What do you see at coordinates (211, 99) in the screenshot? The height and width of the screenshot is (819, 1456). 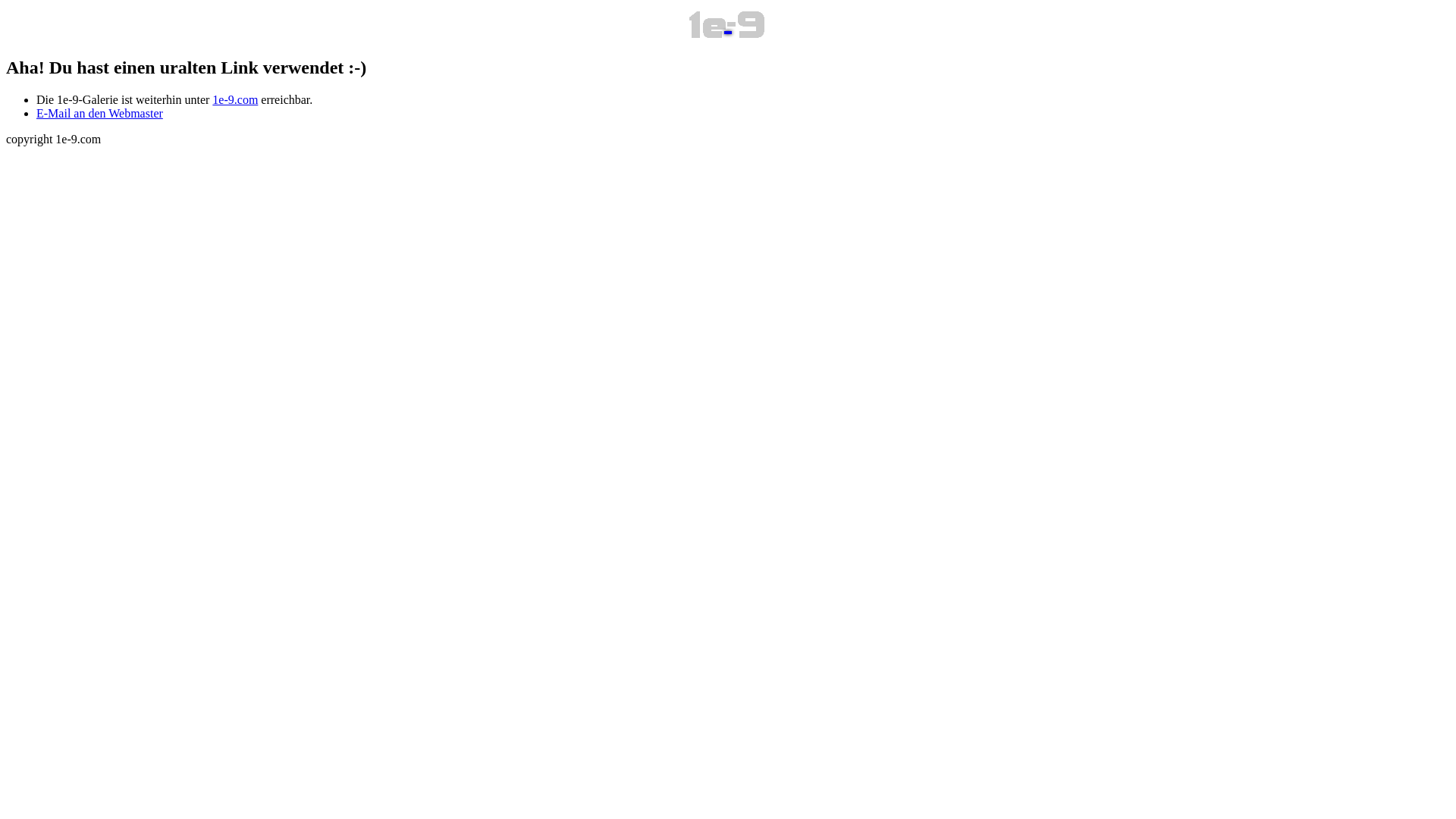 I see `'1e-9.com'` at bounding box center [211, 99].